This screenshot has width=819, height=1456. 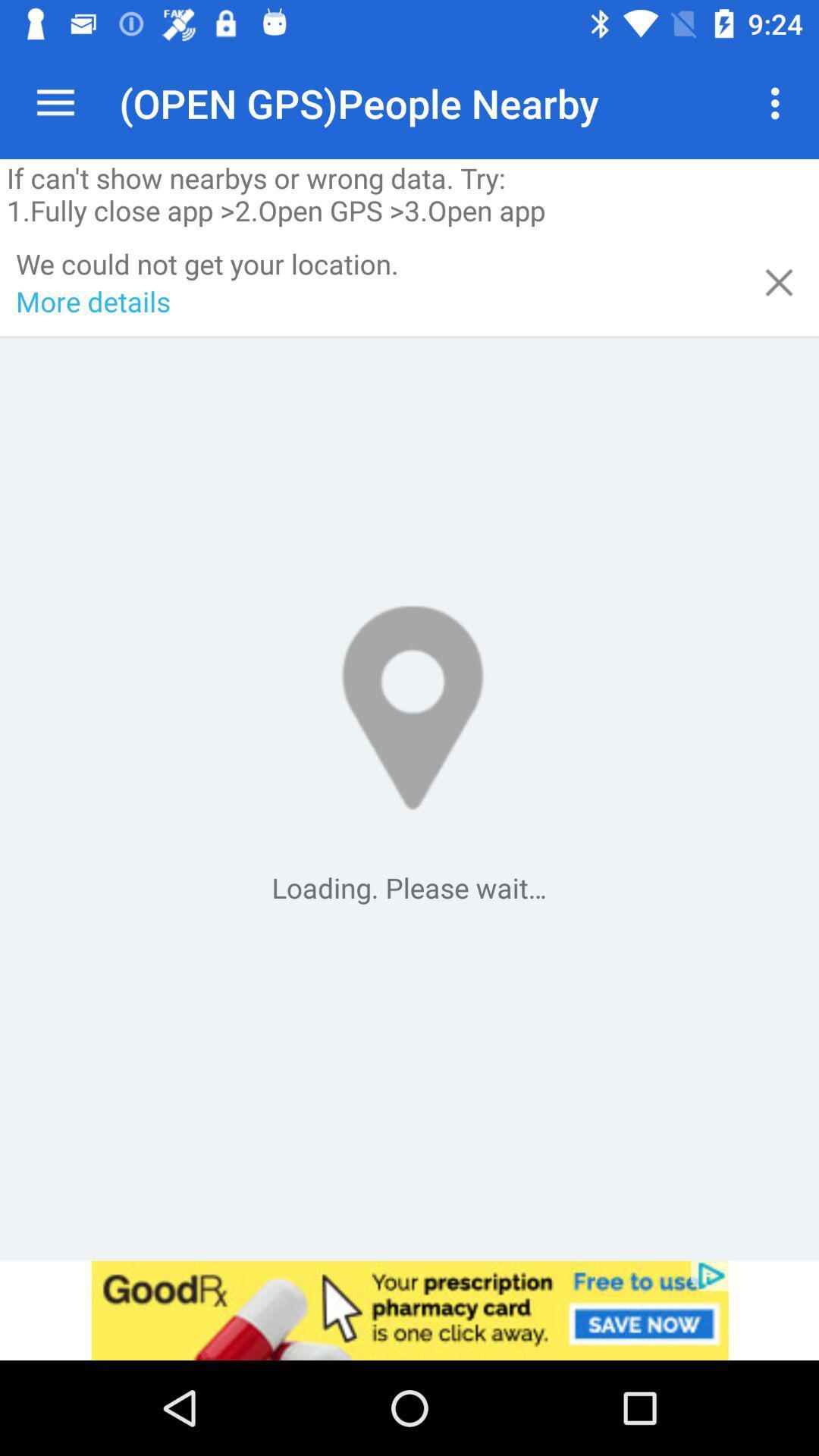 What do you see at coordinates (779, 282) in the screenshot?
I see `screen` at bounding box center [779, 282].